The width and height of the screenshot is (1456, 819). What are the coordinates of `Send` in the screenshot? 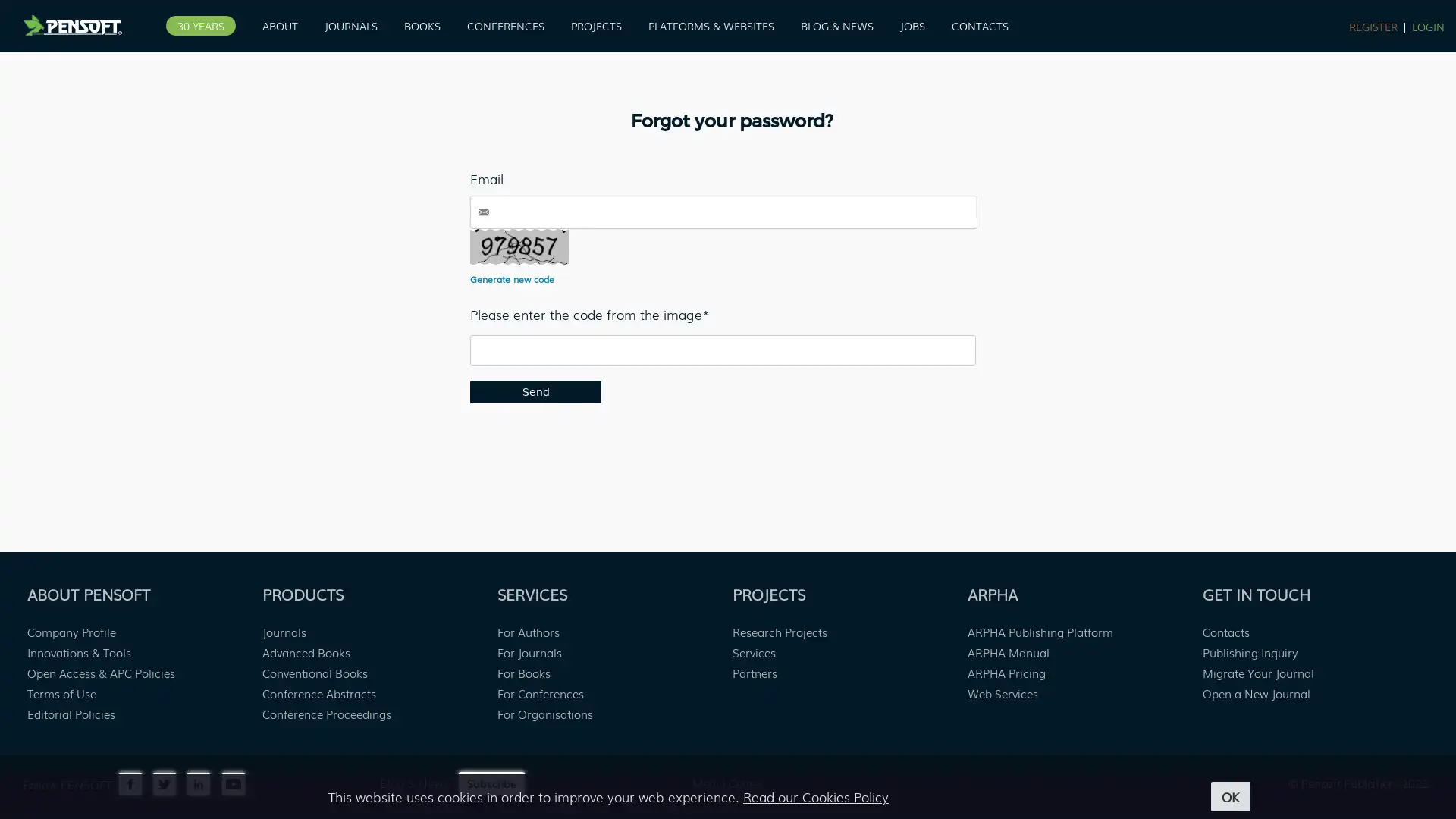 It's located at (535, 391).